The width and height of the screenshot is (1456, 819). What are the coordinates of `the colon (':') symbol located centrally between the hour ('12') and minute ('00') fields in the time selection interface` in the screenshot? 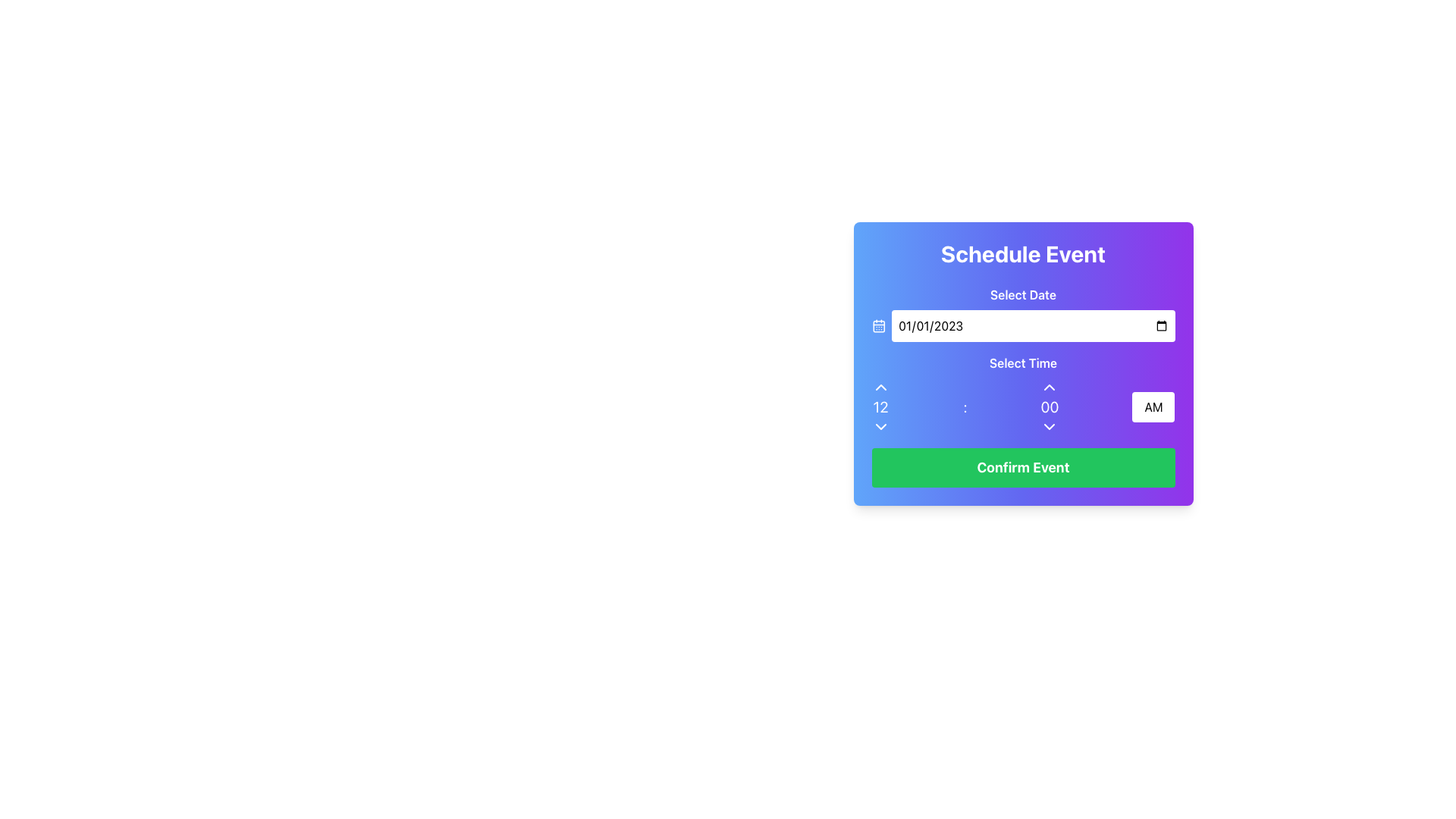 It's located at (1023, 406).